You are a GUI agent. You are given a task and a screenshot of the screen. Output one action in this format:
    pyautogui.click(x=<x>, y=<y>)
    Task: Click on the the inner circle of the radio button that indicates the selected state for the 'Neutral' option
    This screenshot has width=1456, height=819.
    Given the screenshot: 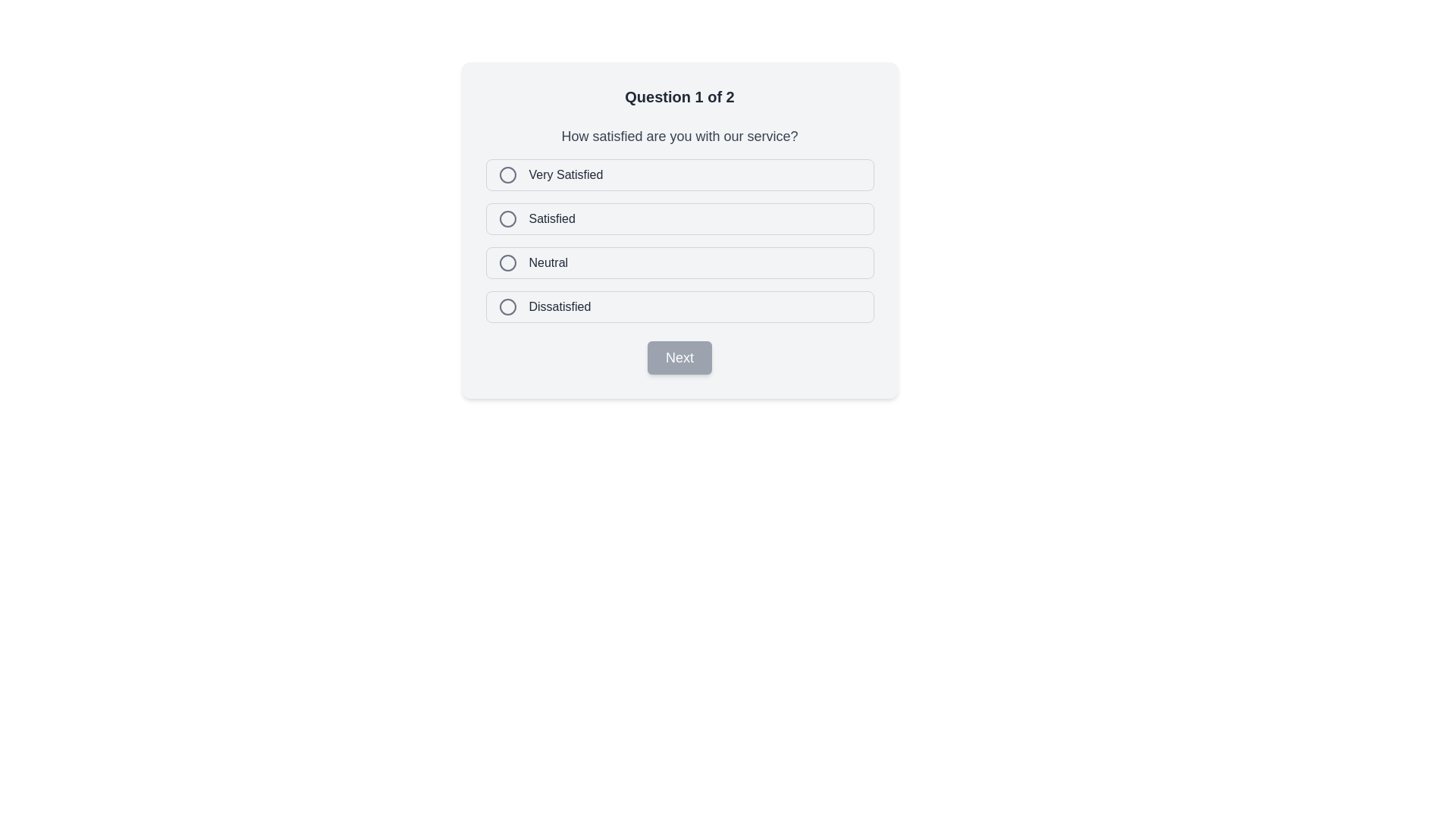 What is the action you would take?
    pyautogui.click(x=507, y=262)
    